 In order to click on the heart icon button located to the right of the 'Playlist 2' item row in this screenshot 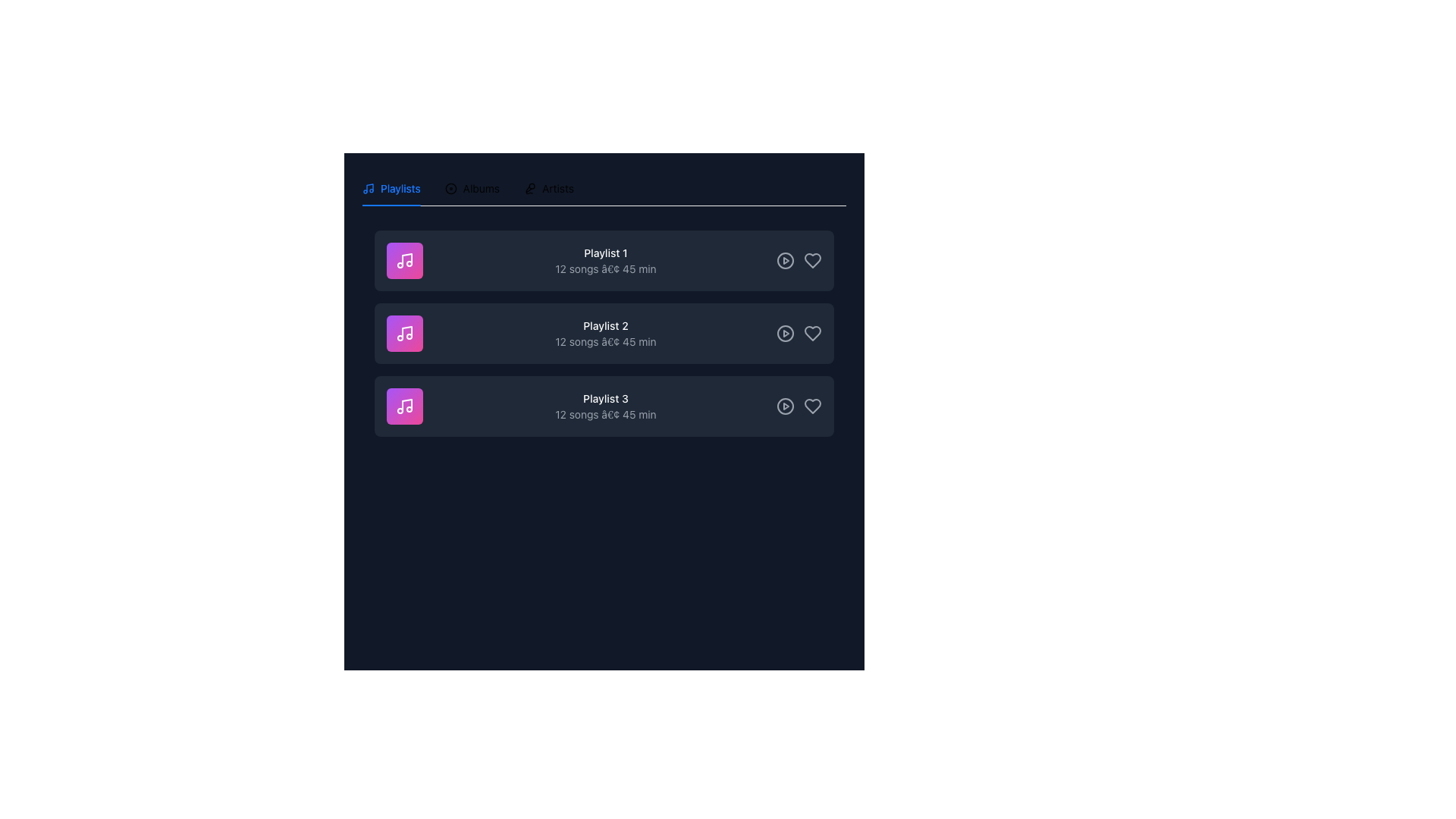, I will do `click(811, 332)`.